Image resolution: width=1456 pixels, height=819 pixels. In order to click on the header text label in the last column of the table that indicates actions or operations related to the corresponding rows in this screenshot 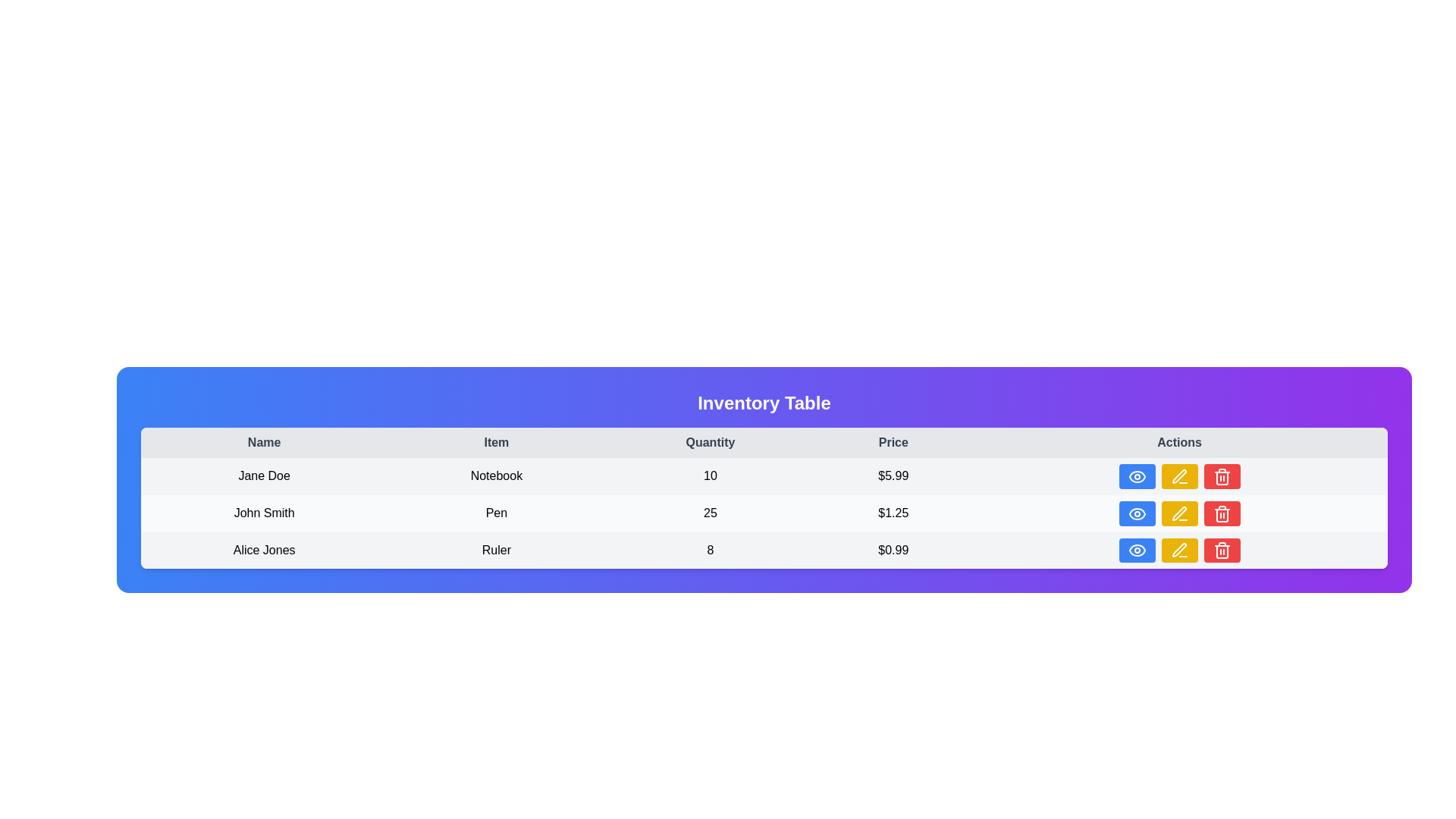, I will do `click(1178, 442)`.